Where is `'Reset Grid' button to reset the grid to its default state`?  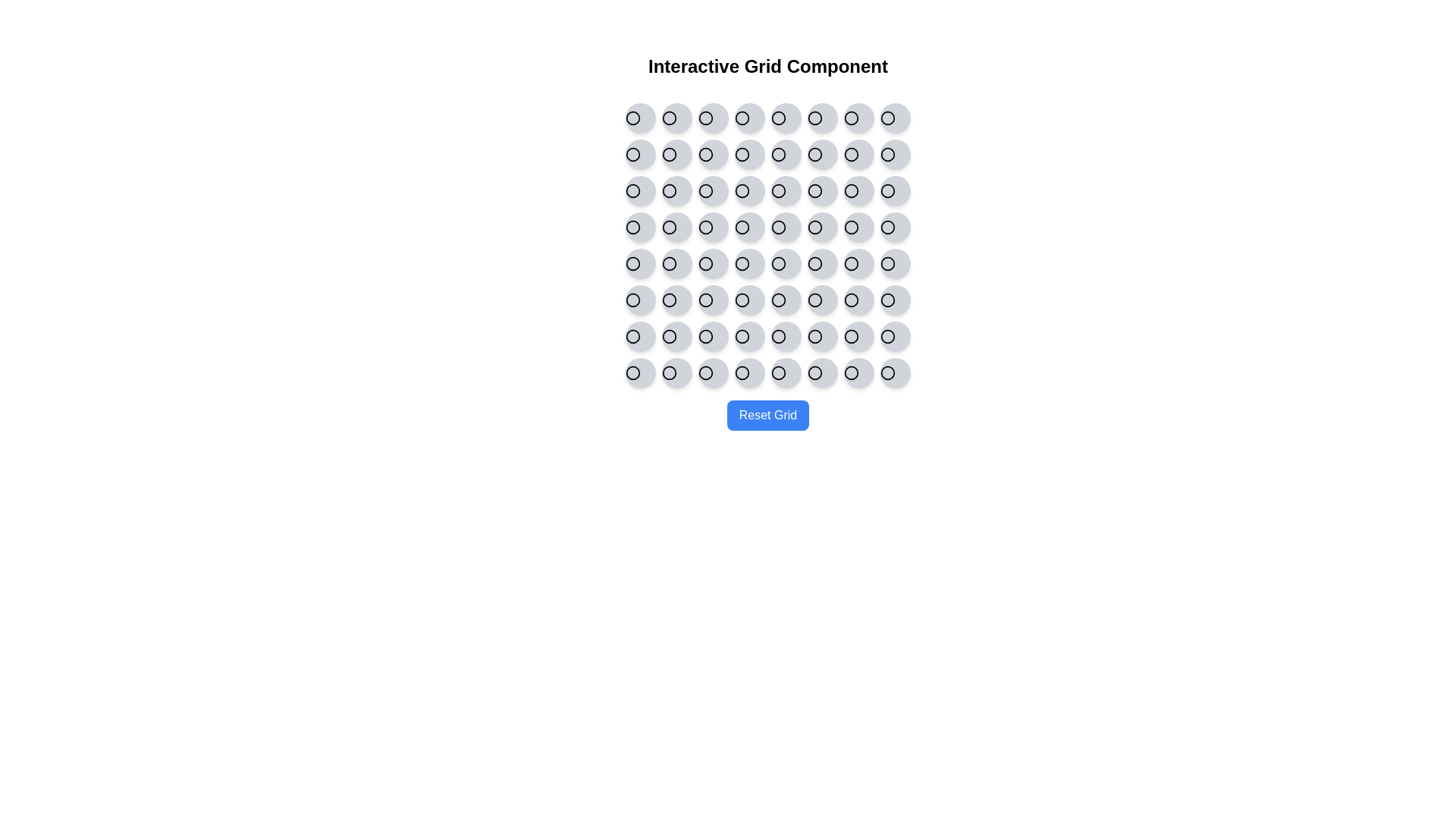 'Reset Grid' button to reset the grid to its default state is located at coordinates (767, 415).